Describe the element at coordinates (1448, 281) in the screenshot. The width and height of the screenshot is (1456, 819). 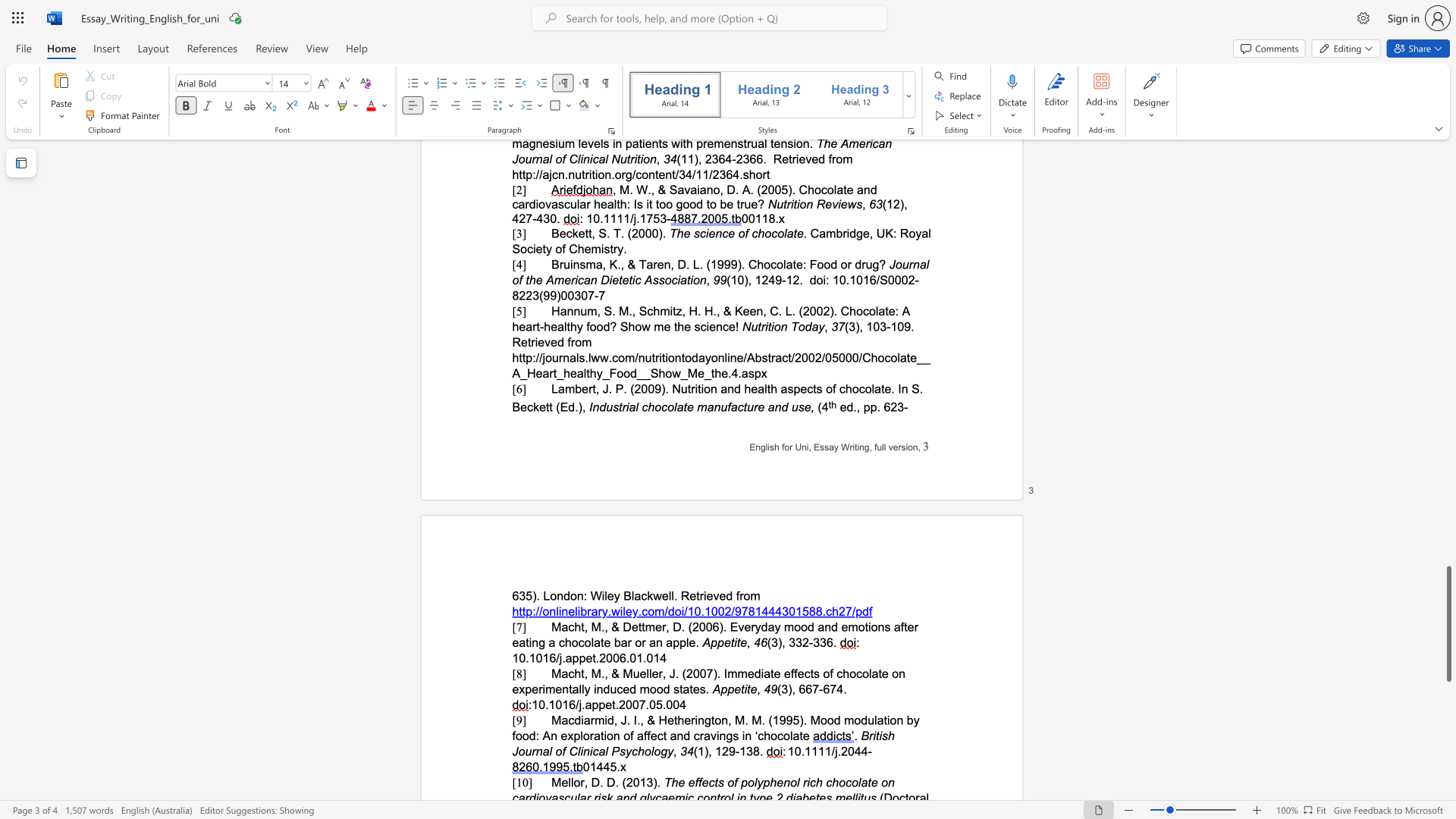
I see `the scrollbar on the side` at that location.